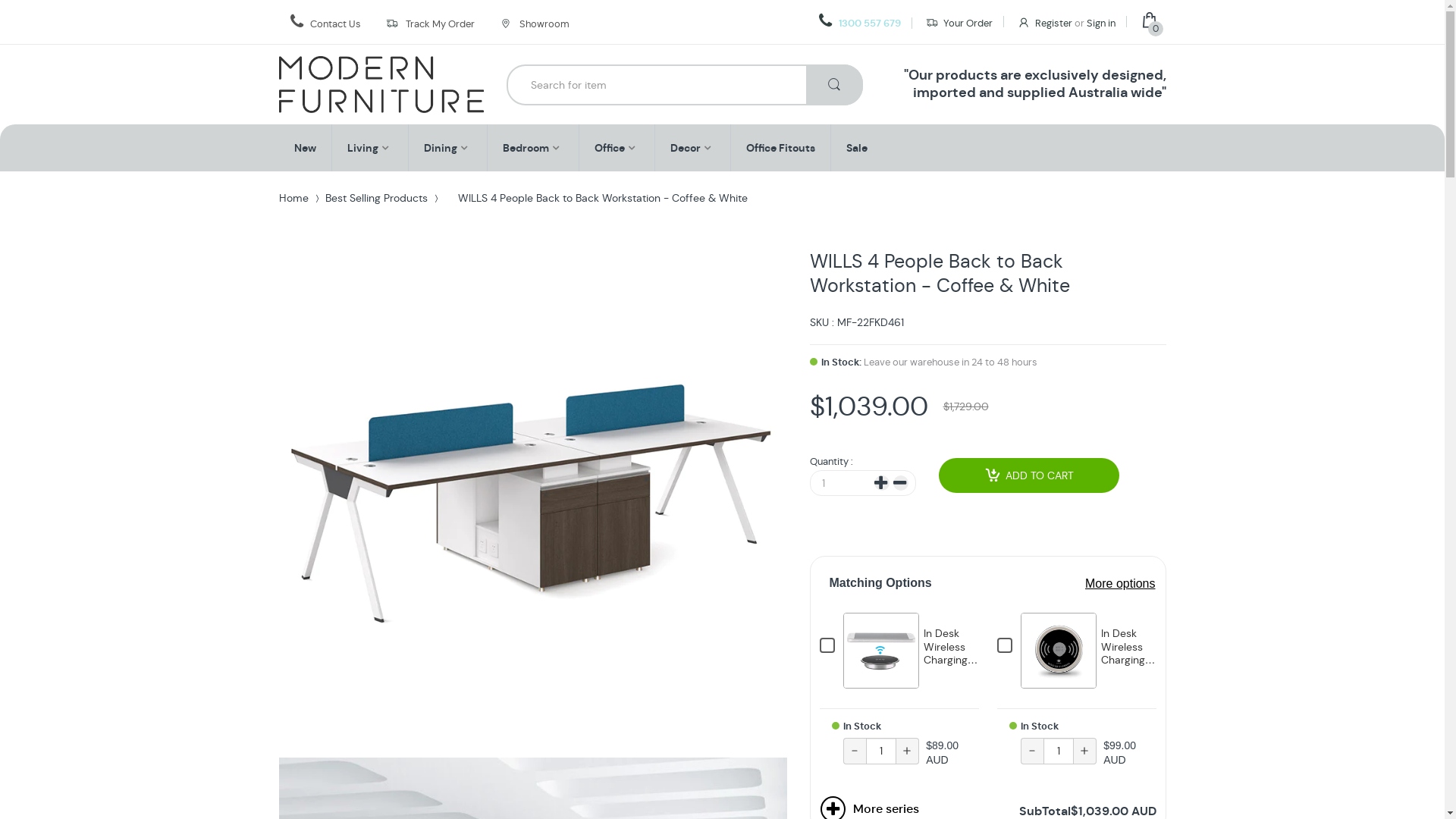  What do you see at coordinates (856, 148) in the screenshot?
I see `'Sale'` at bounding box center [856, 148].